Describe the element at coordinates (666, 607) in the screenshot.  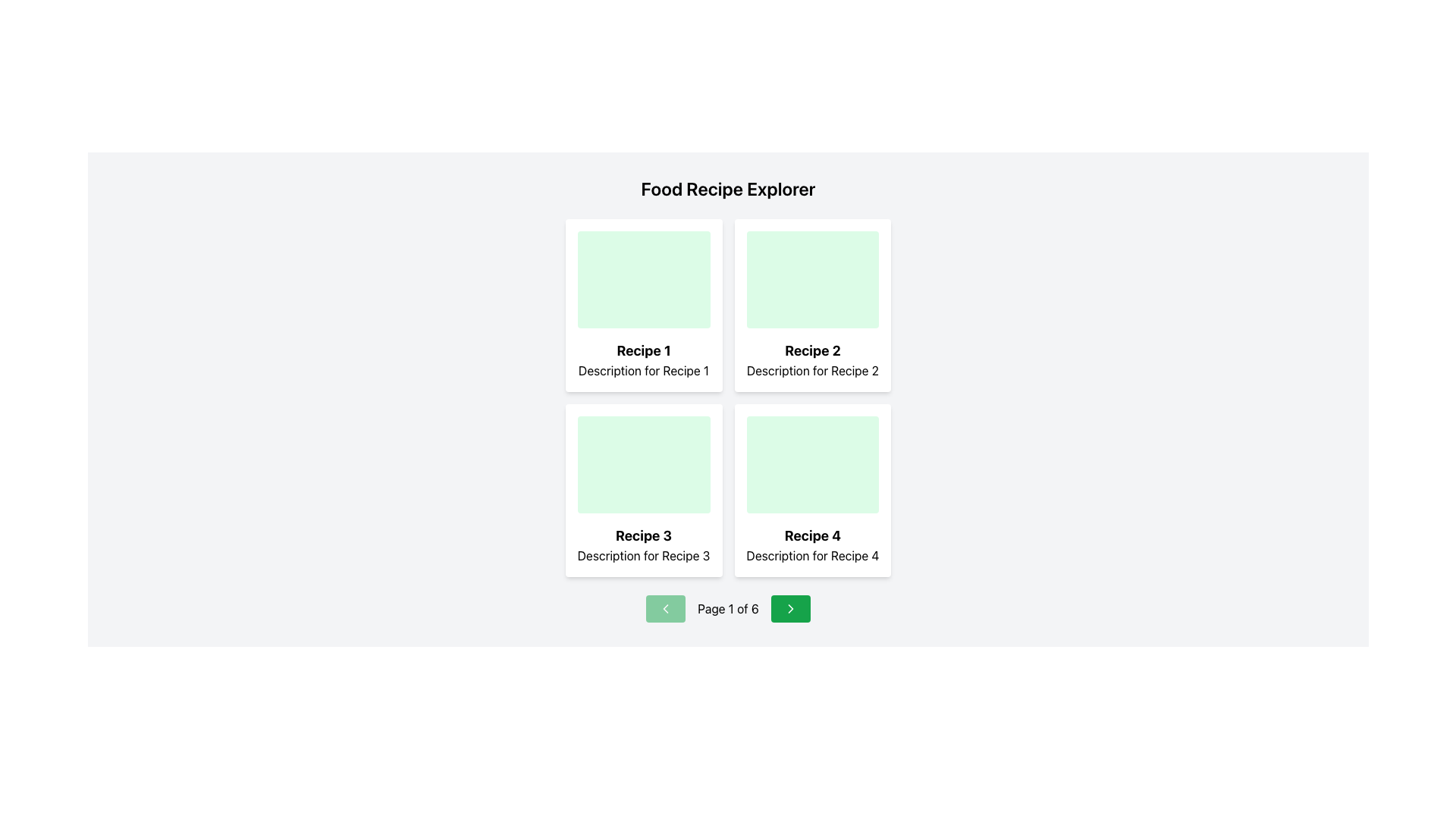
I see `the leftmost green button with a left-pointing chevron icon in the pagination area` at that location.